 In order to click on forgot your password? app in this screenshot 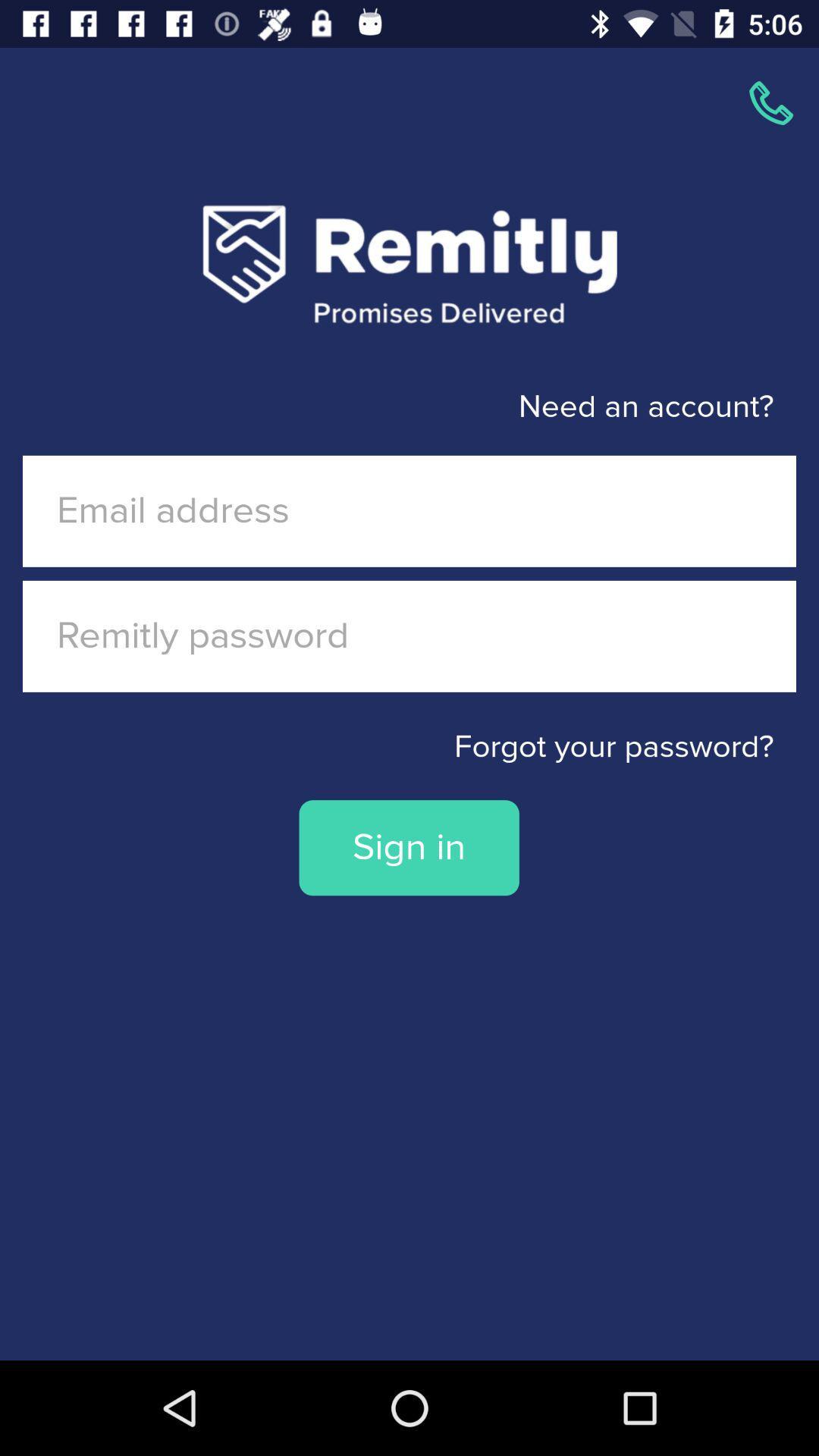, I will do `click(409, 747)`.